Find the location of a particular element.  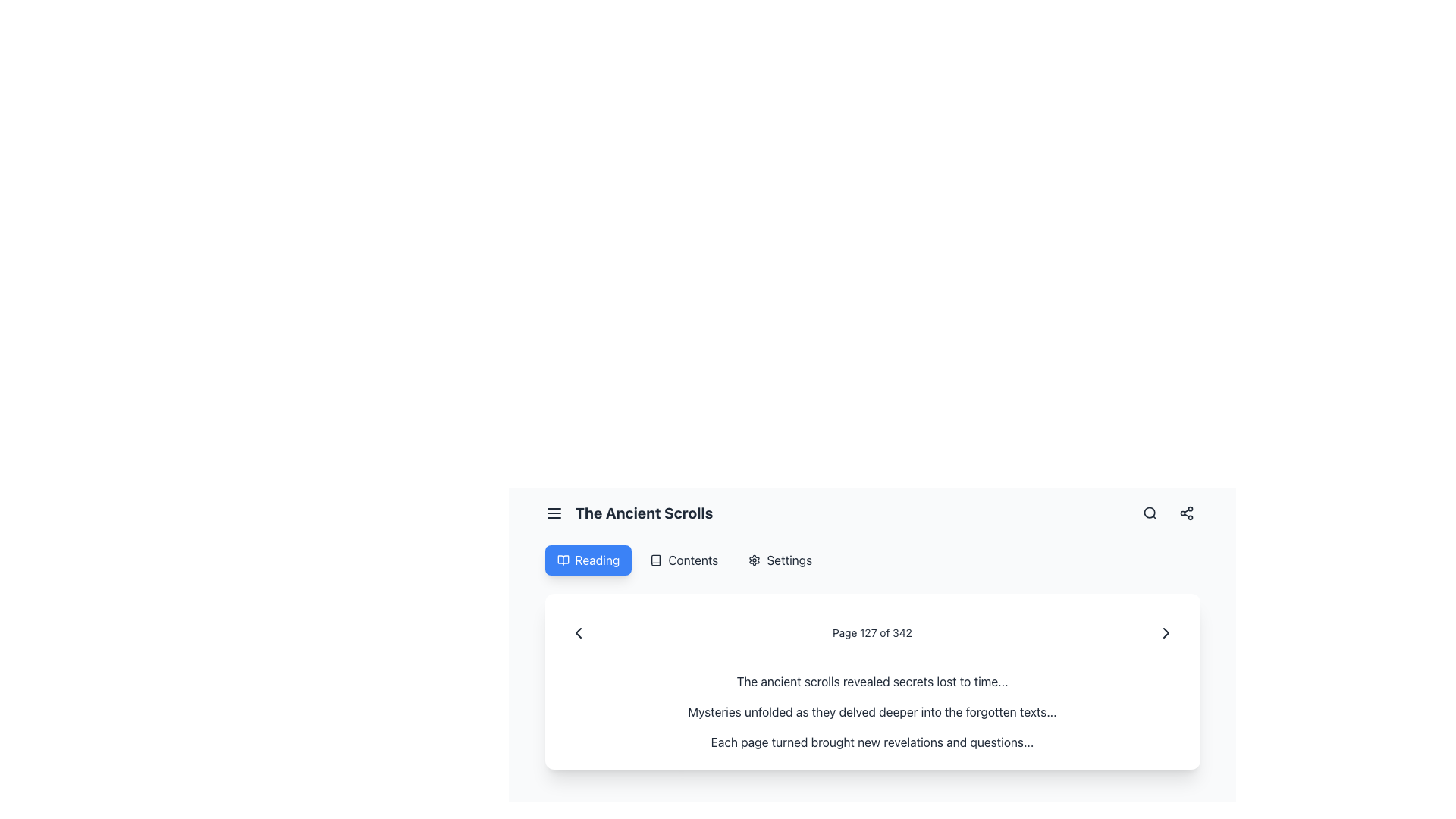

the 'Settings' text label located in the top-right area below the title 'The Ancient Scrolls' is located at coordinates (789, 560).